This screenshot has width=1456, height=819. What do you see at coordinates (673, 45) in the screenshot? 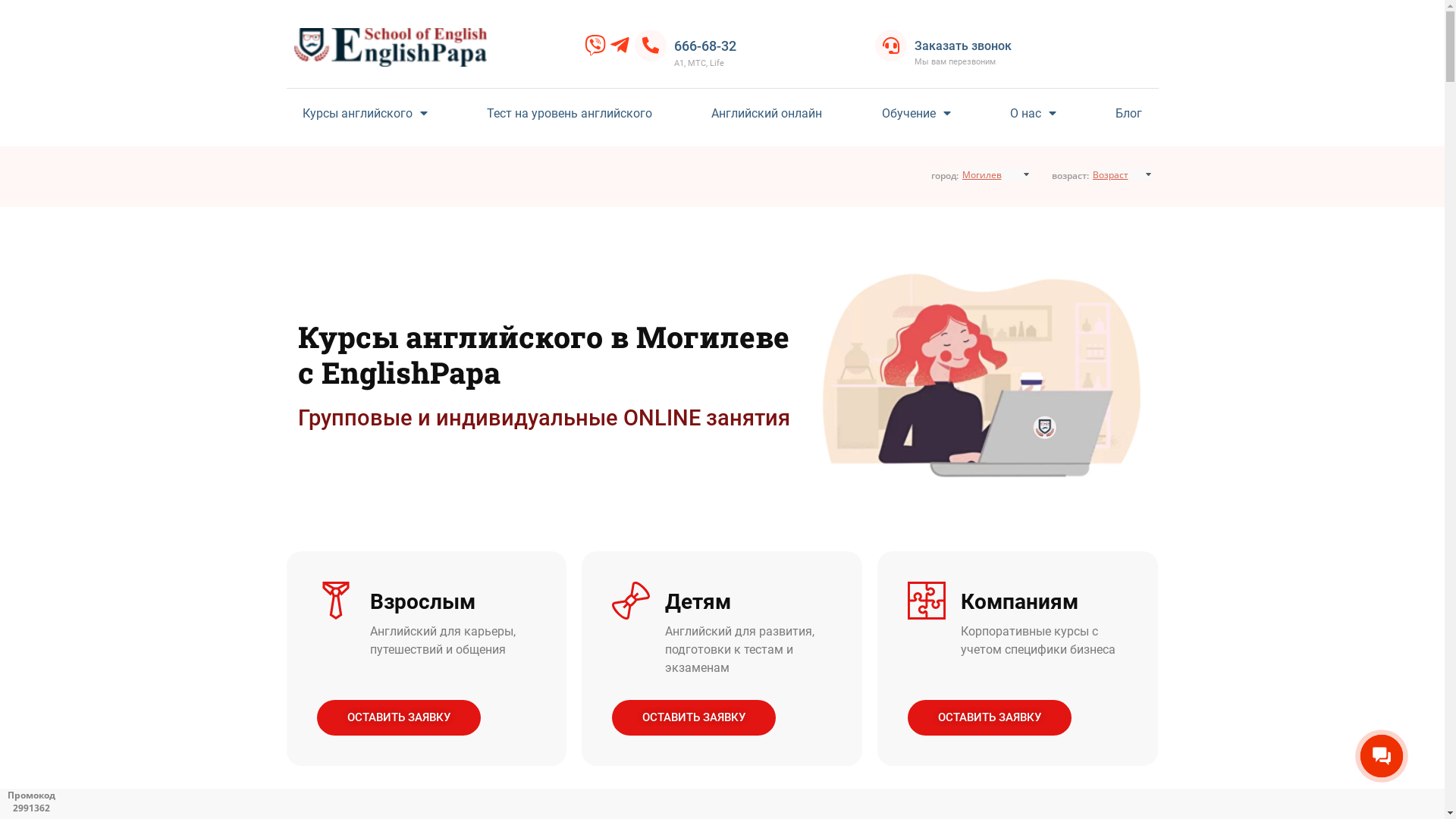
I see `'666-68-32'` at bounding box center [673, 45].